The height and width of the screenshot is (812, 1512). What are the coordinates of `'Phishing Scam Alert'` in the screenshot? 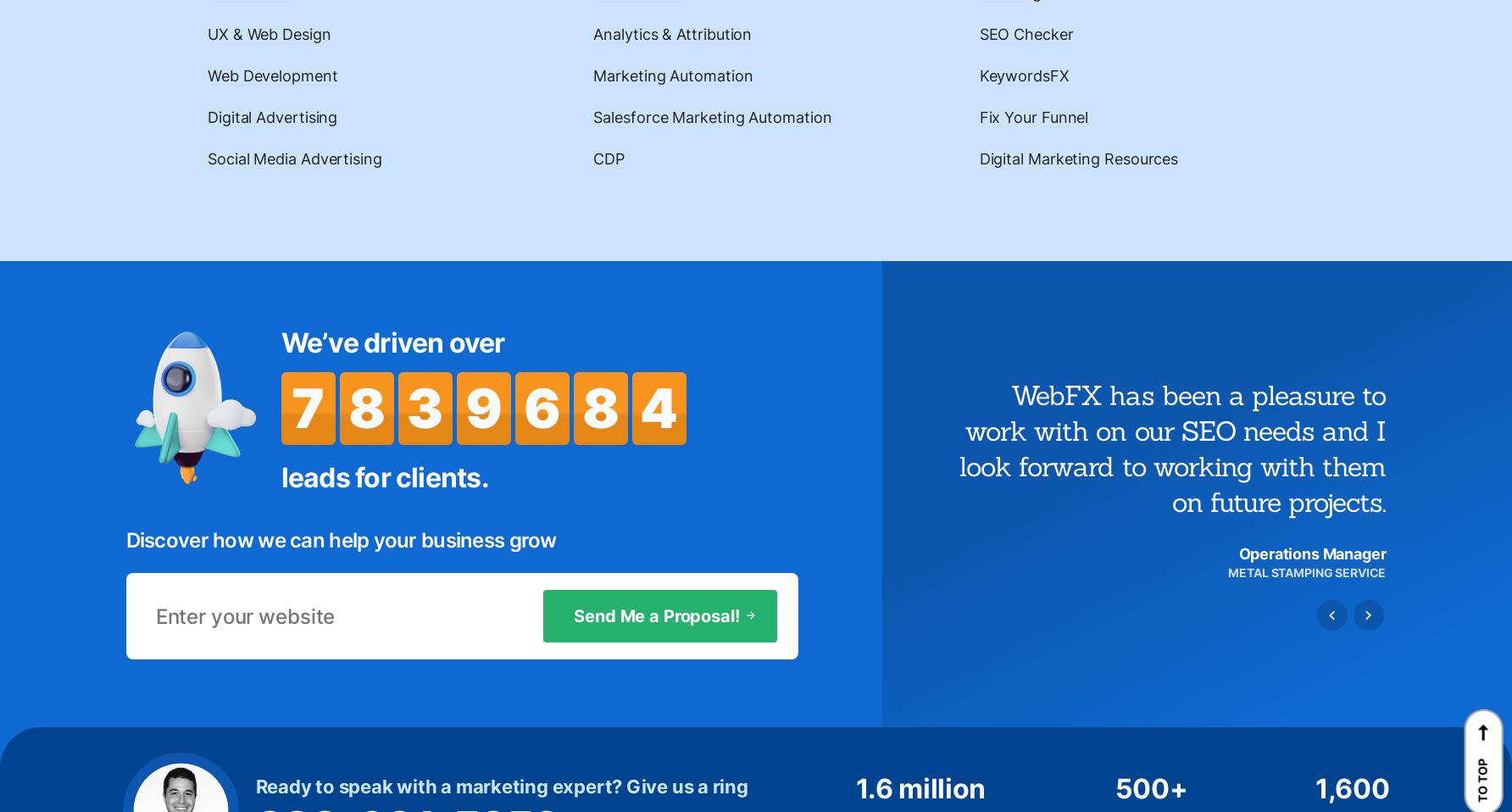 It's located at (847, 425).